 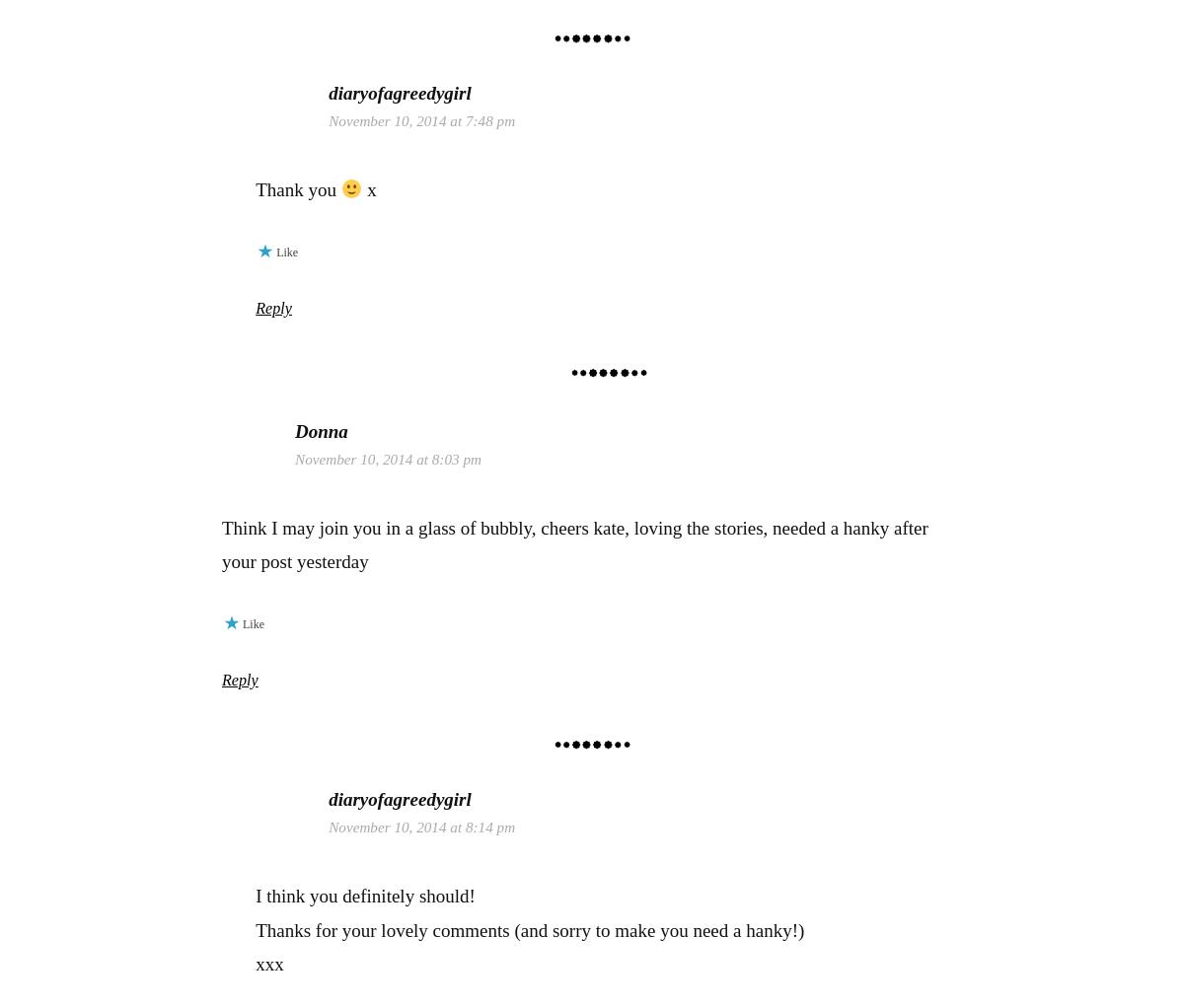 I want to click on 'Thanks for your lovely comments (and sorry to make you need a hanky!)', so click(x=529, y=929).